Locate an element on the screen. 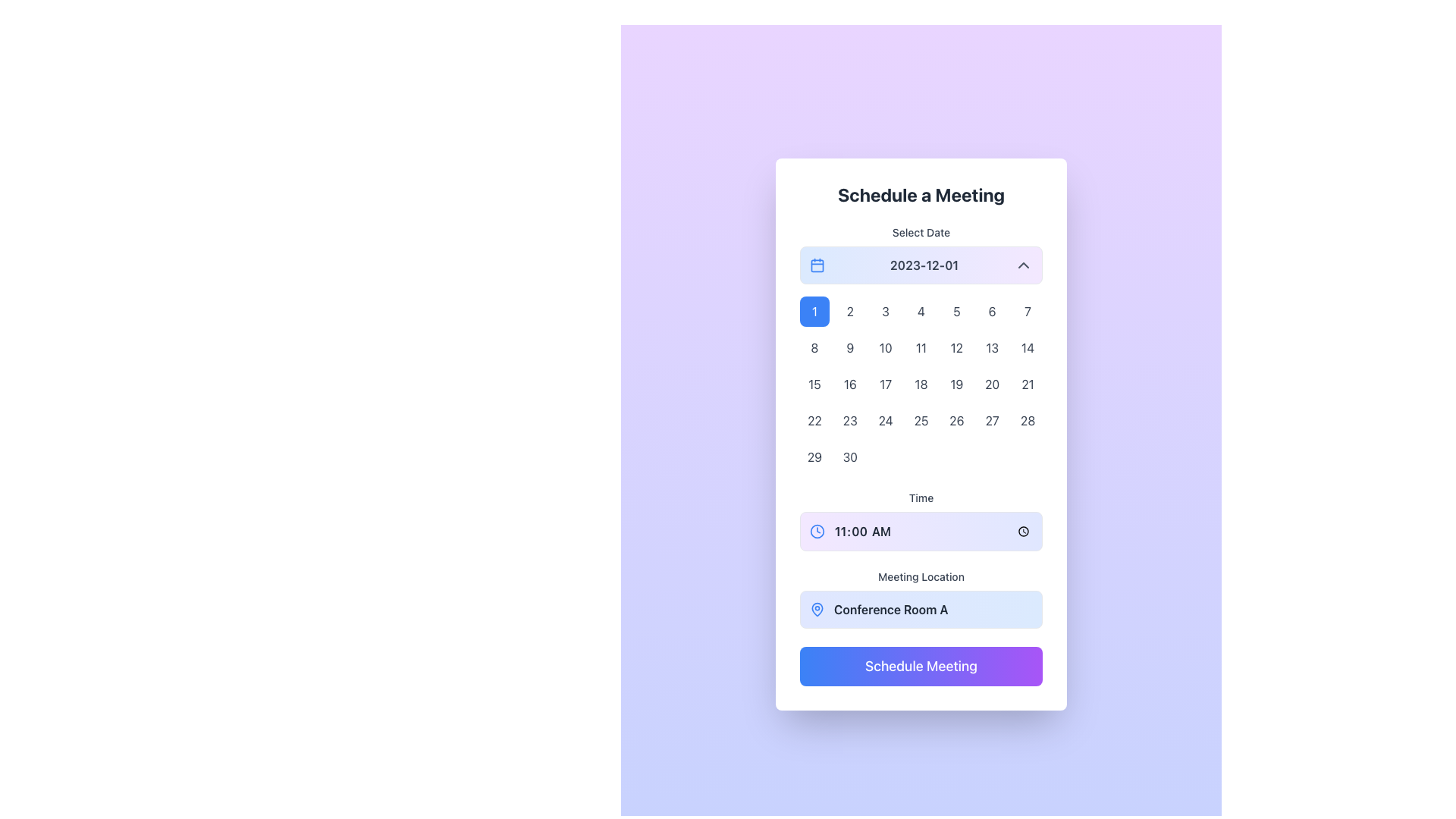  the selectable date button for the date '16' located in the third row and second column of the calendar grid is located at coordinates (850, 383).